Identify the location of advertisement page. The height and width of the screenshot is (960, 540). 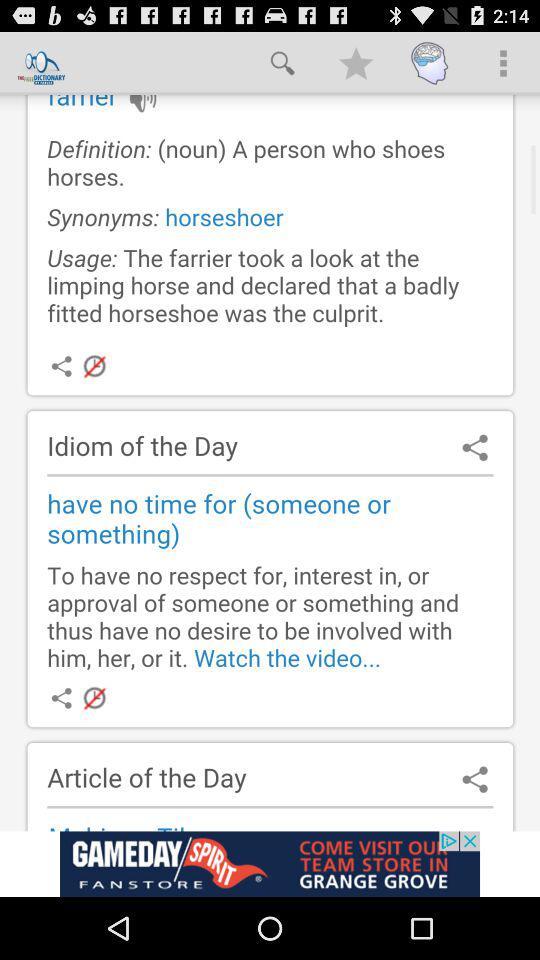
(270, 863).